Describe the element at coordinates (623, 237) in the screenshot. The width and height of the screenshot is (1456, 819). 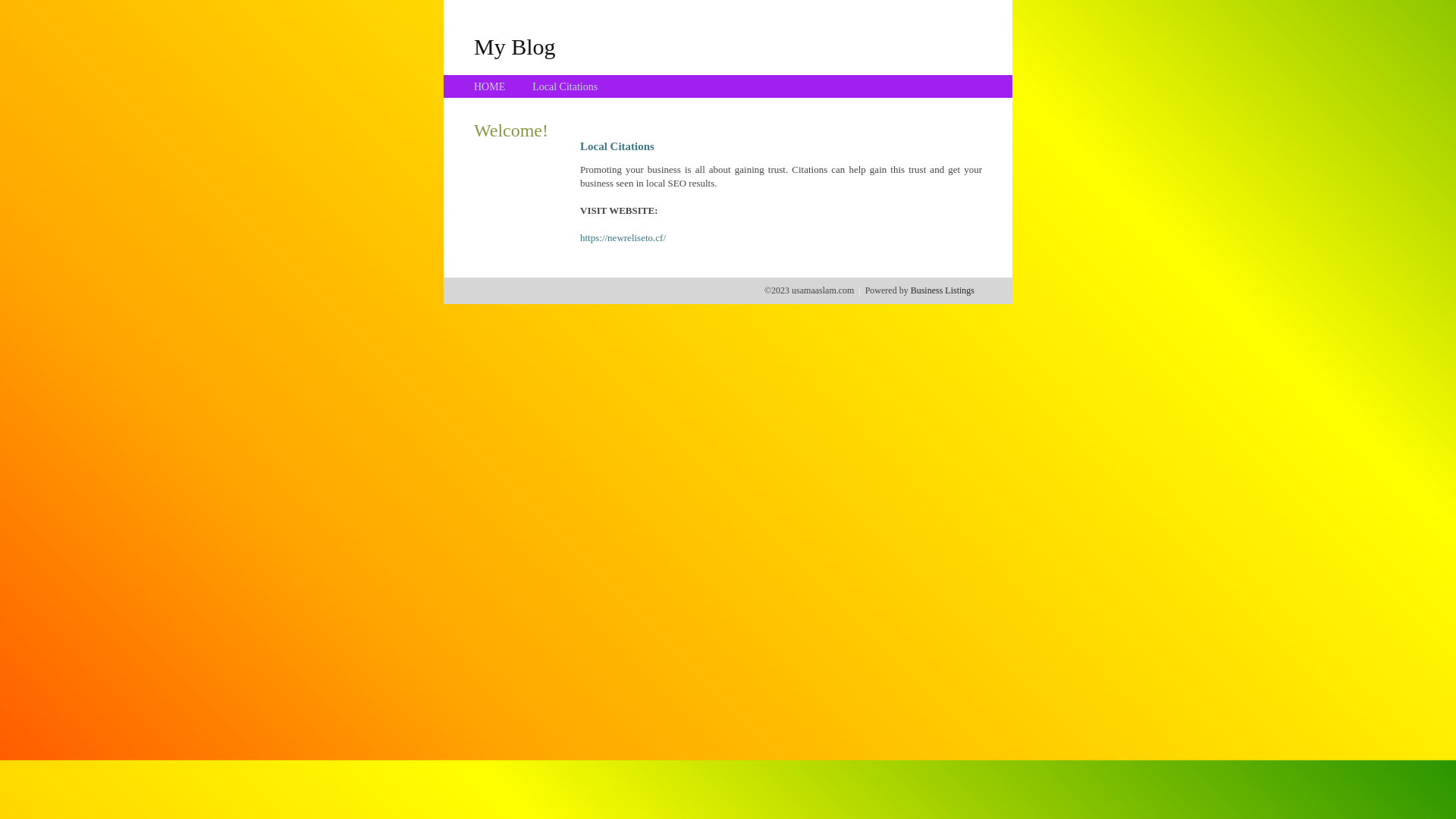
I see `'https://newreliseto.cf/'` at that location.